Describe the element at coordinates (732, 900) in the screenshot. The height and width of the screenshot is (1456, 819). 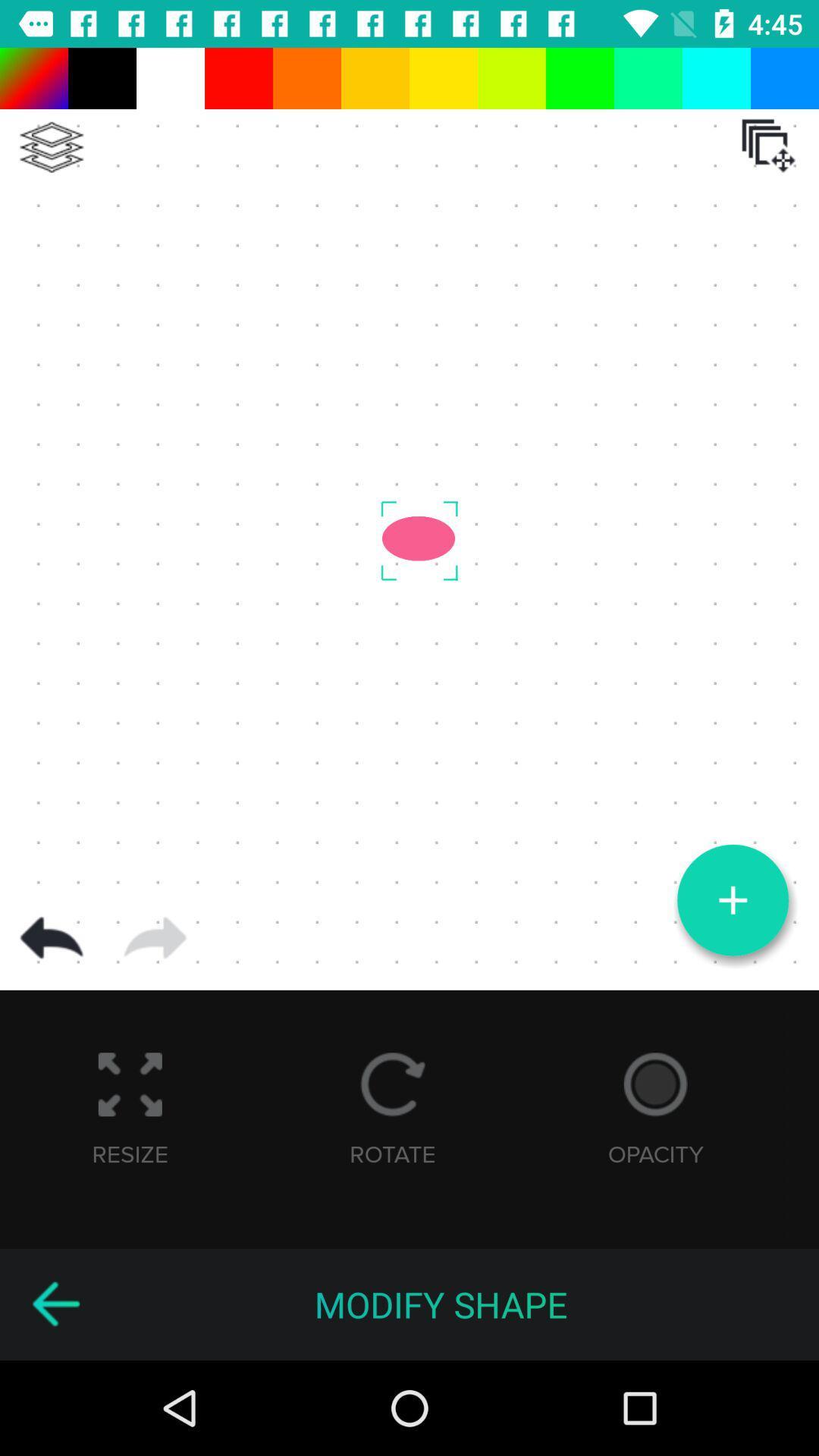
I see `see more options button` at that location.